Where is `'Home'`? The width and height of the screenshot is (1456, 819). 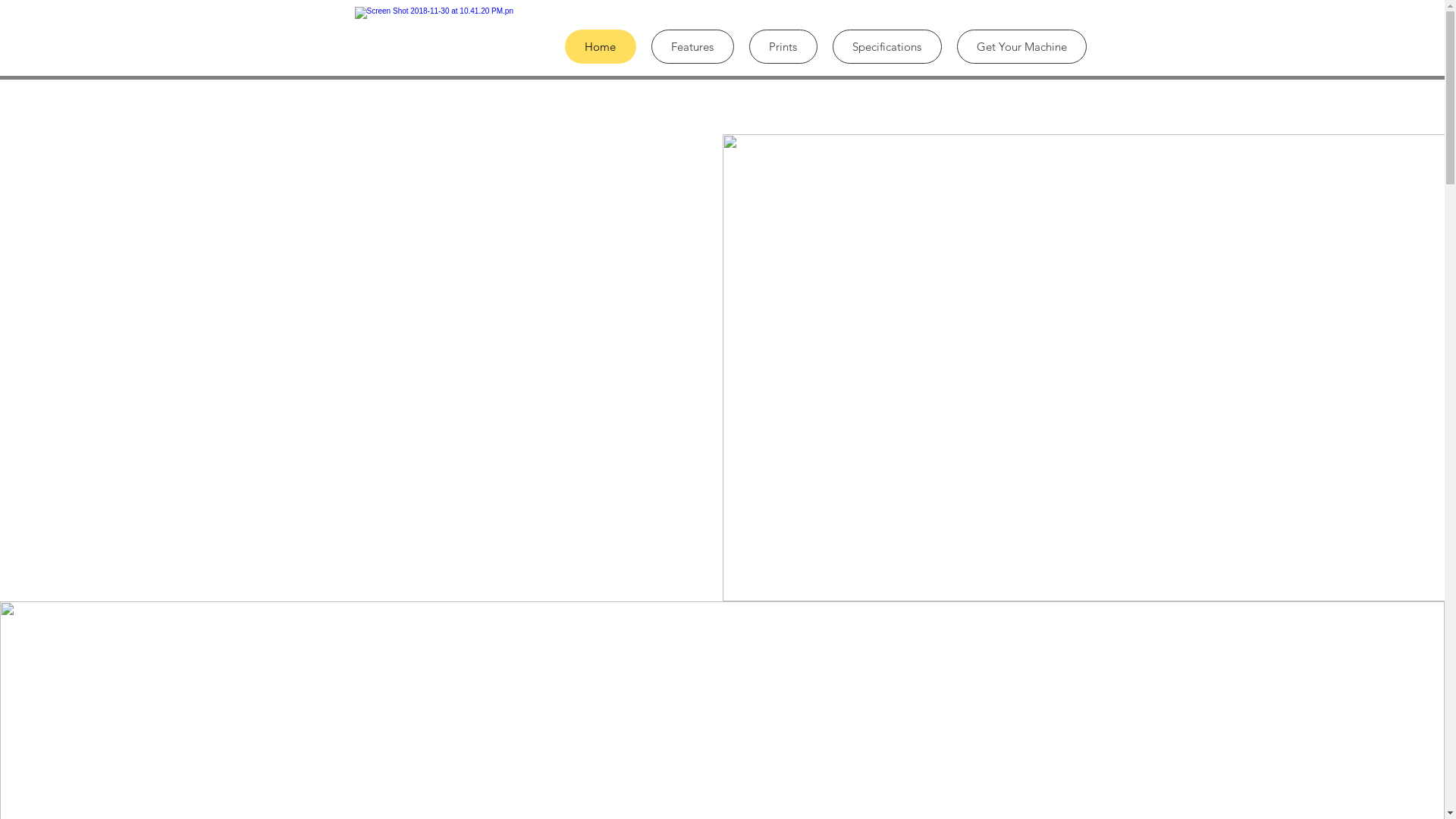
'Home' is located at coordinates (599, 45).